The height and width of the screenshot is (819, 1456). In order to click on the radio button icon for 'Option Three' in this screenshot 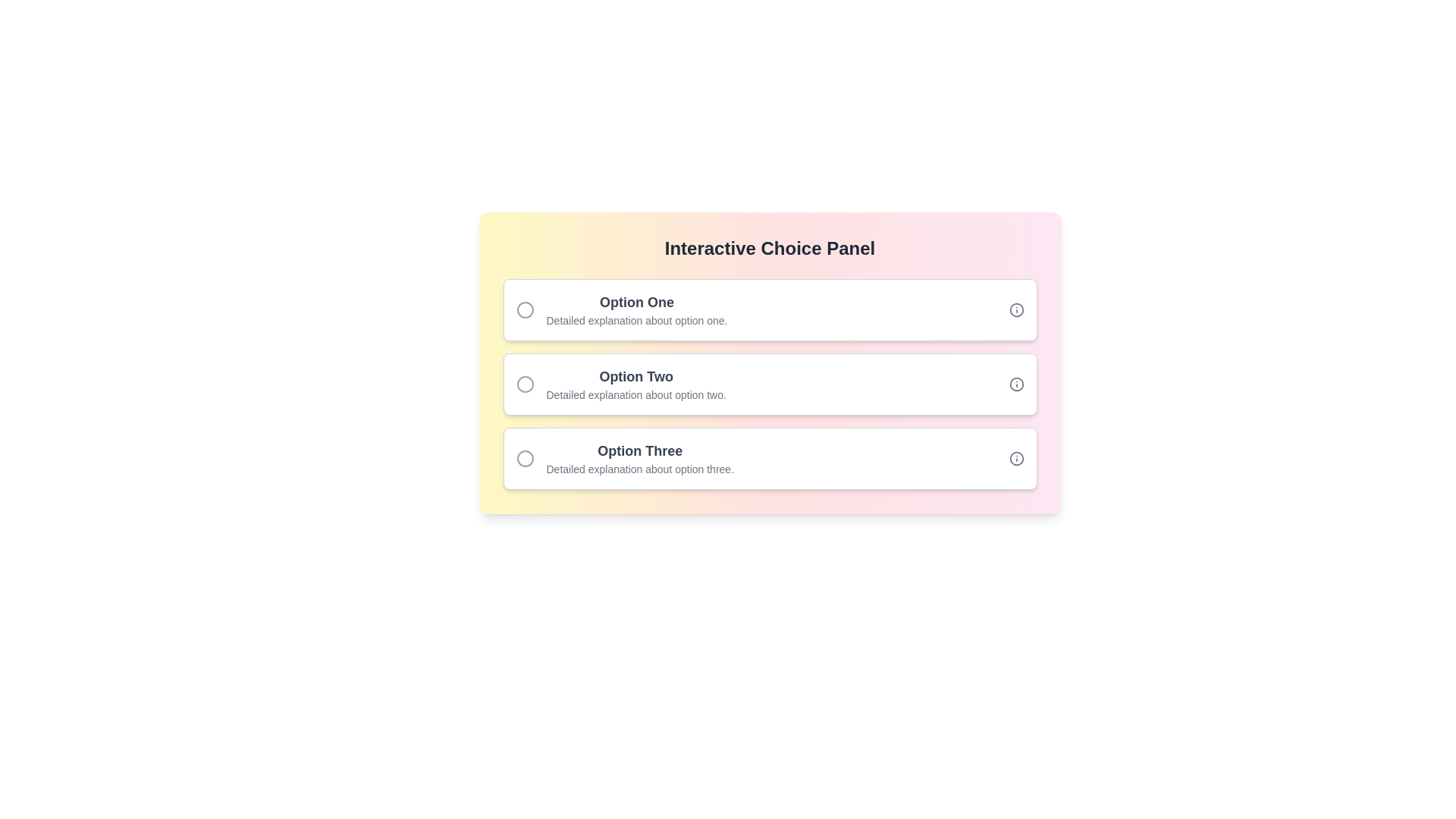, I will do `click(525, 458)`.